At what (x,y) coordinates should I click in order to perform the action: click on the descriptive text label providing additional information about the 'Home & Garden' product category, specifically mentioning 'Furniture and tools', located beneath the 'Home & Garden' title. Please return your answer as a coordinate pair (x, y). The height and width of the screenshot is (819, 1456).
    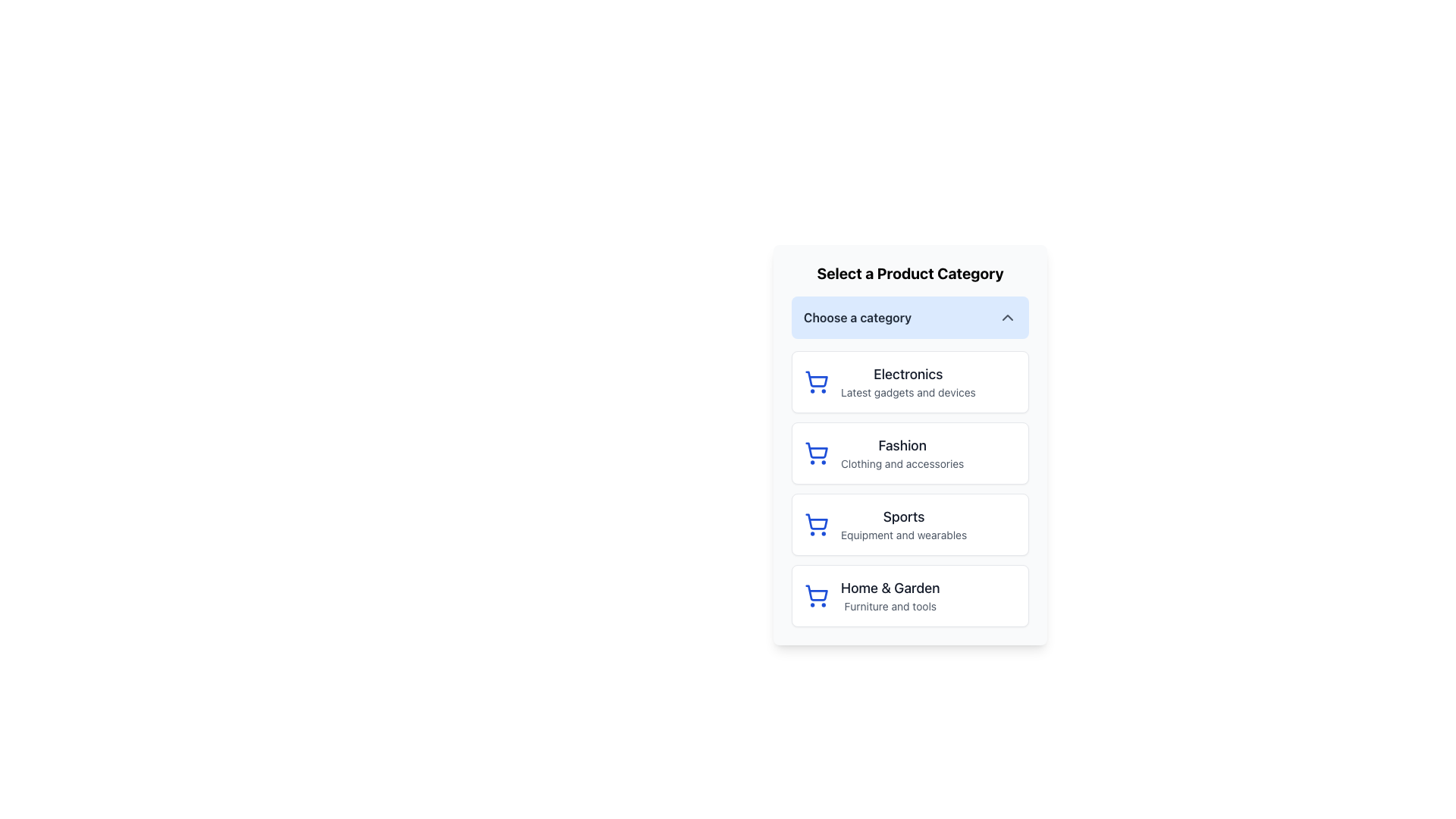
    Looking at the image, I should click on (890, 605).